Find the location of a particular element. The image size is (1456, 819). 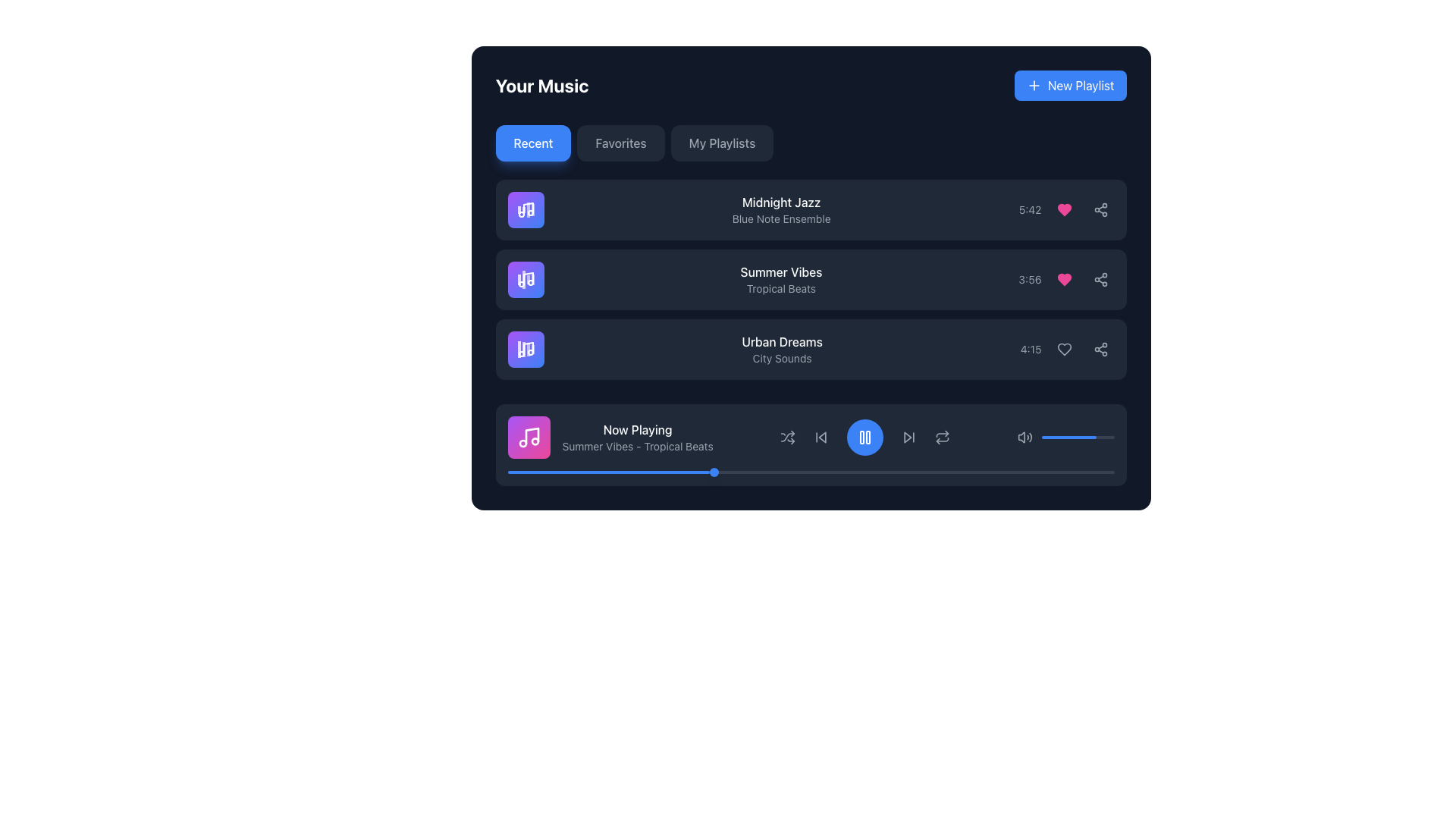

the heart icon button located in the first row of the playlist list, positioned towards the right-hand side just before the share icon is located at coordinates (1063, 210).